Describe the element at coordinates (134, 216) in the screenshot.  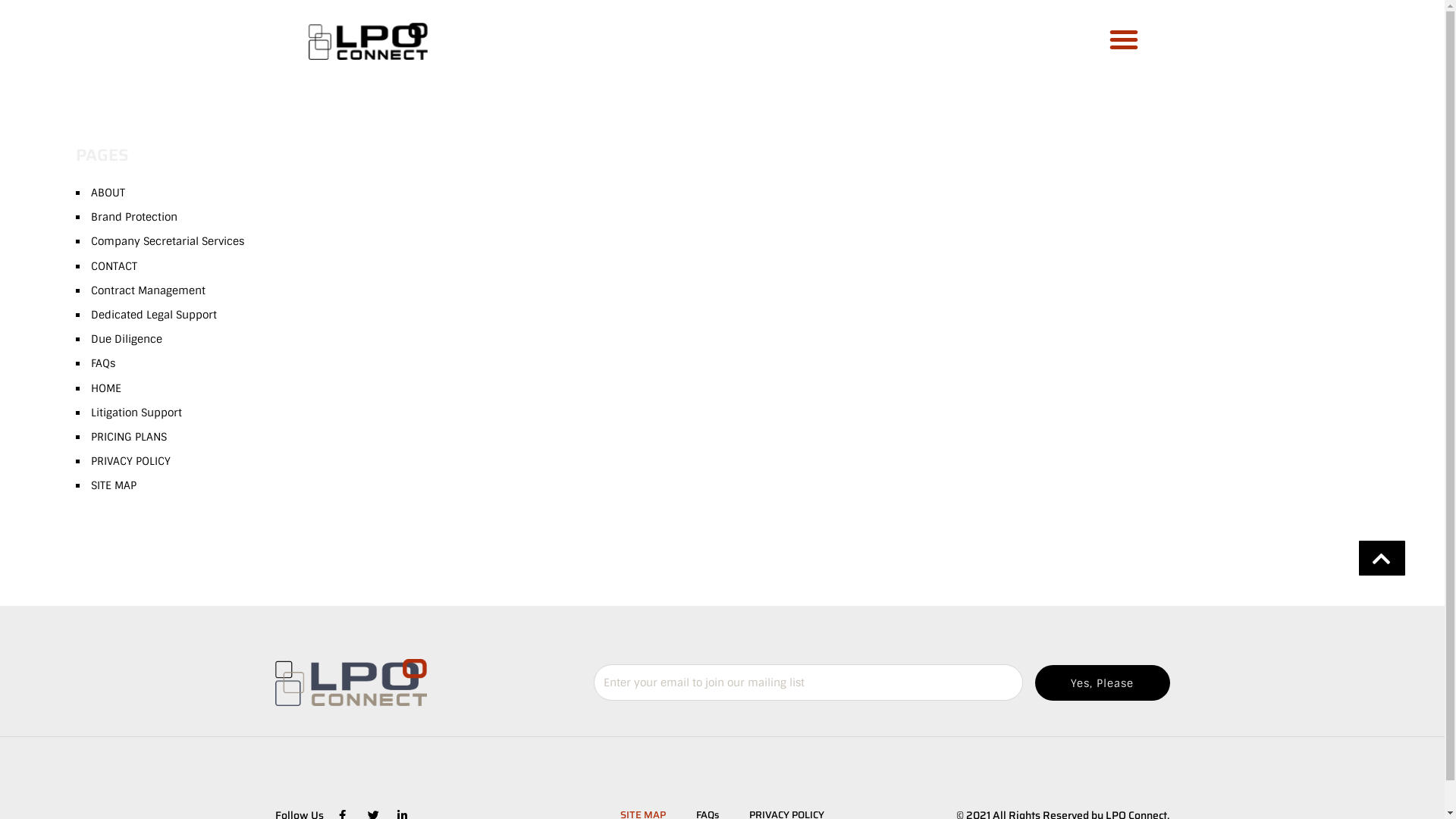
I see `'Brand Protection'` at that location.